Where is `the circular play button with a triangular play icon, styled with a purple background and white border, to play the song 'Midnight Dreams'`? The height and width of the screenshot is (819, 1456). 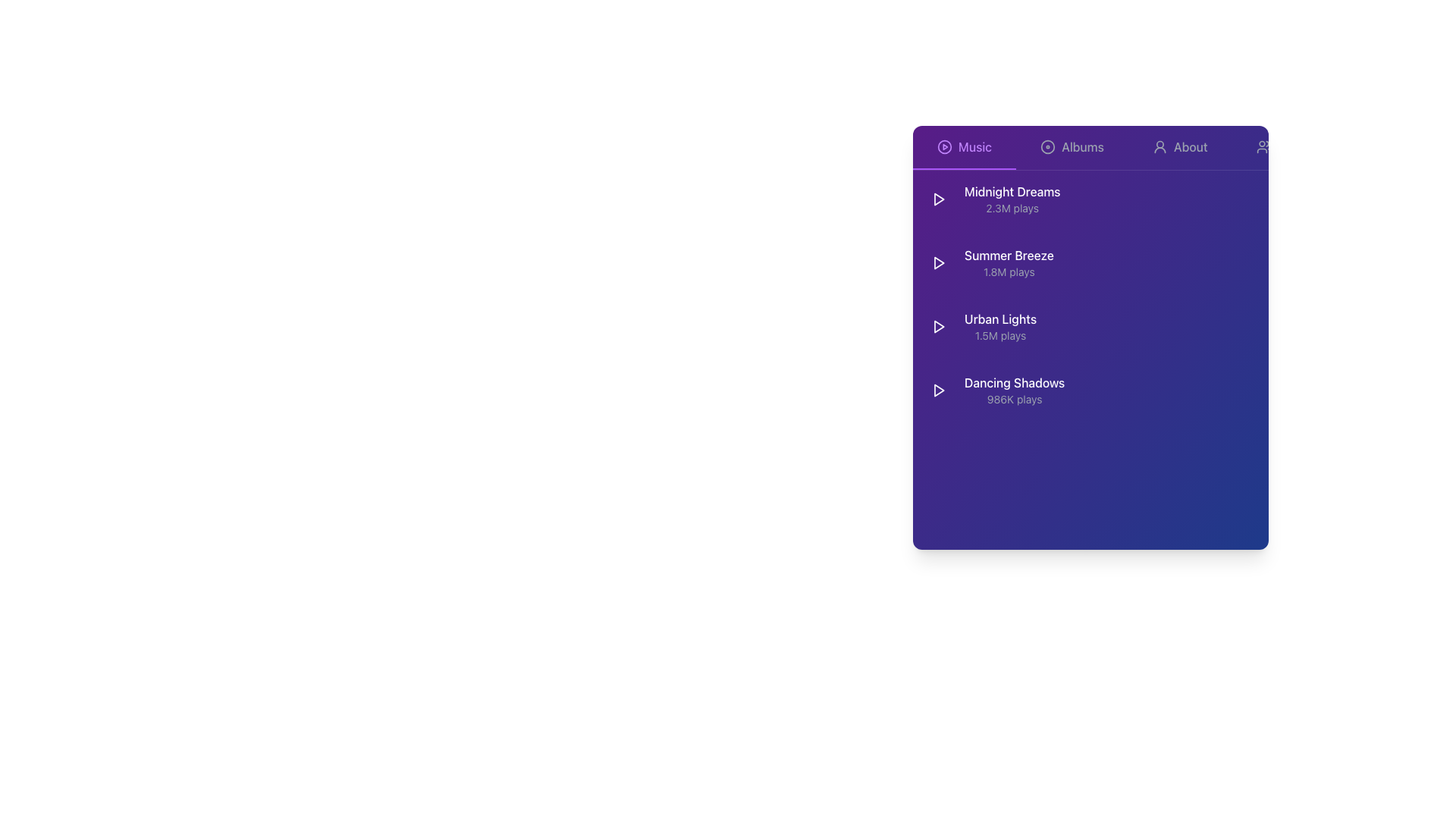 the circular play button with a triangular play icon, styled with a purple background and white border, to play the song 'Midnight Dreams' is located at coordinates (938, 198).